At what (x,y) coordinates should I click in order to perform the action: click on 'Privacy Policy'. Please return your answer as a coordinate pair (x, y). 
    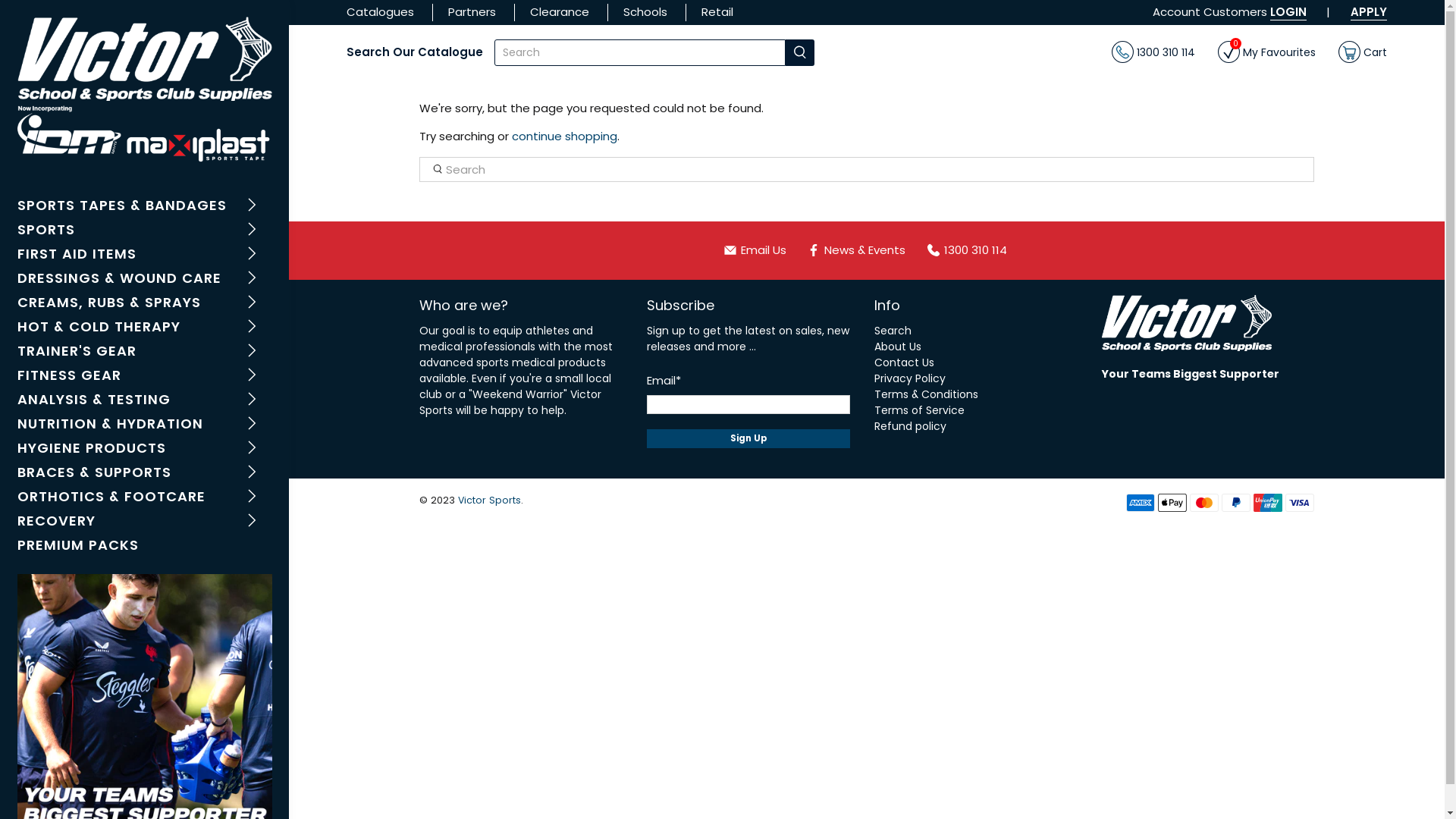
    Looking at the image, I should click on (910, 377).